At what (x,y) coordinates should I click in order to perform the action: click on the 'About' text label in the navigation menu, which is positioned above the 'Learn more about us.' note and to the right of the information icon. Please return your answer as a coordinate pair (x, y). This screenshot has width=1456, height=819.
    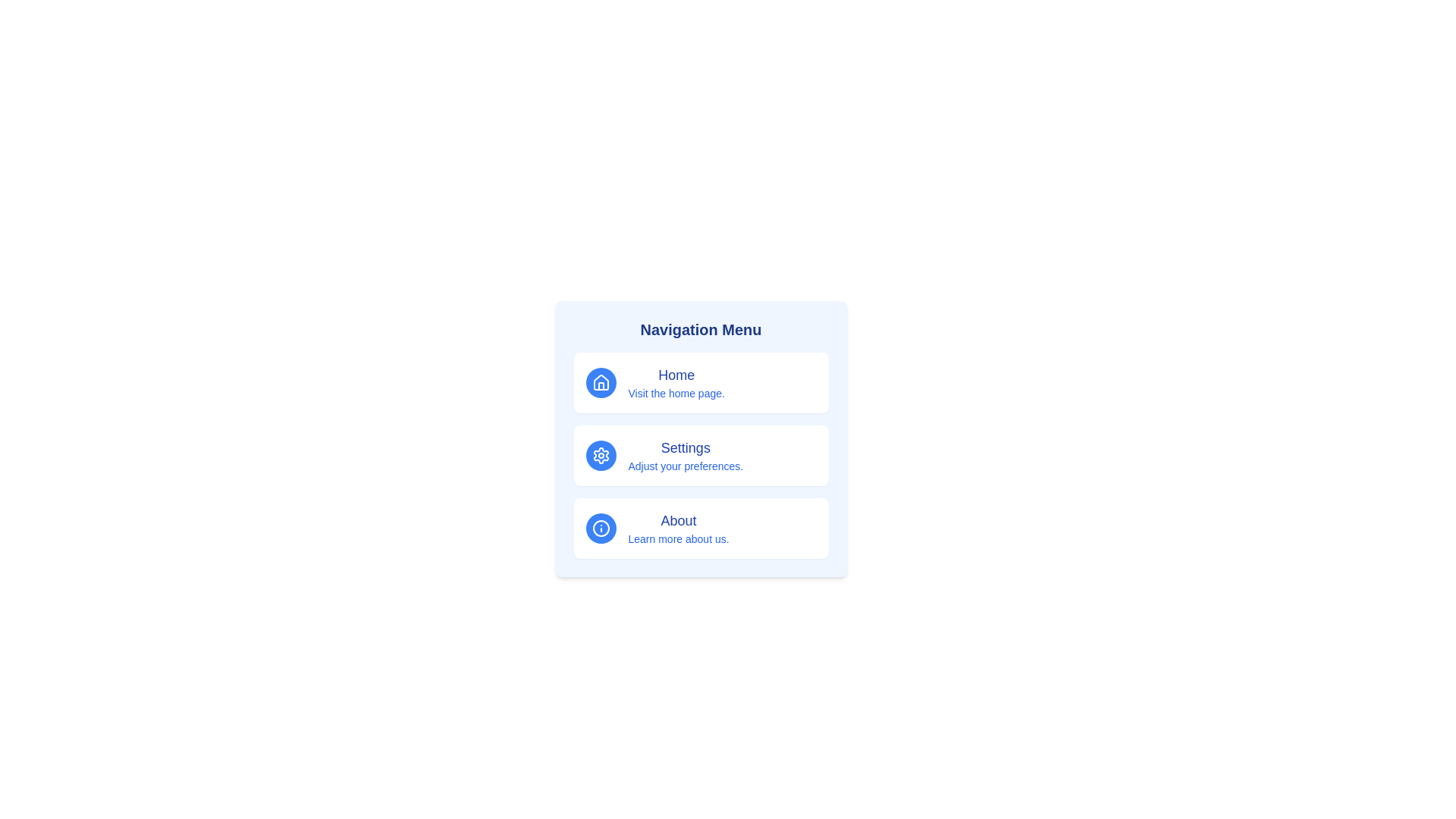
    Looking at the image, I should click on (678, 519).